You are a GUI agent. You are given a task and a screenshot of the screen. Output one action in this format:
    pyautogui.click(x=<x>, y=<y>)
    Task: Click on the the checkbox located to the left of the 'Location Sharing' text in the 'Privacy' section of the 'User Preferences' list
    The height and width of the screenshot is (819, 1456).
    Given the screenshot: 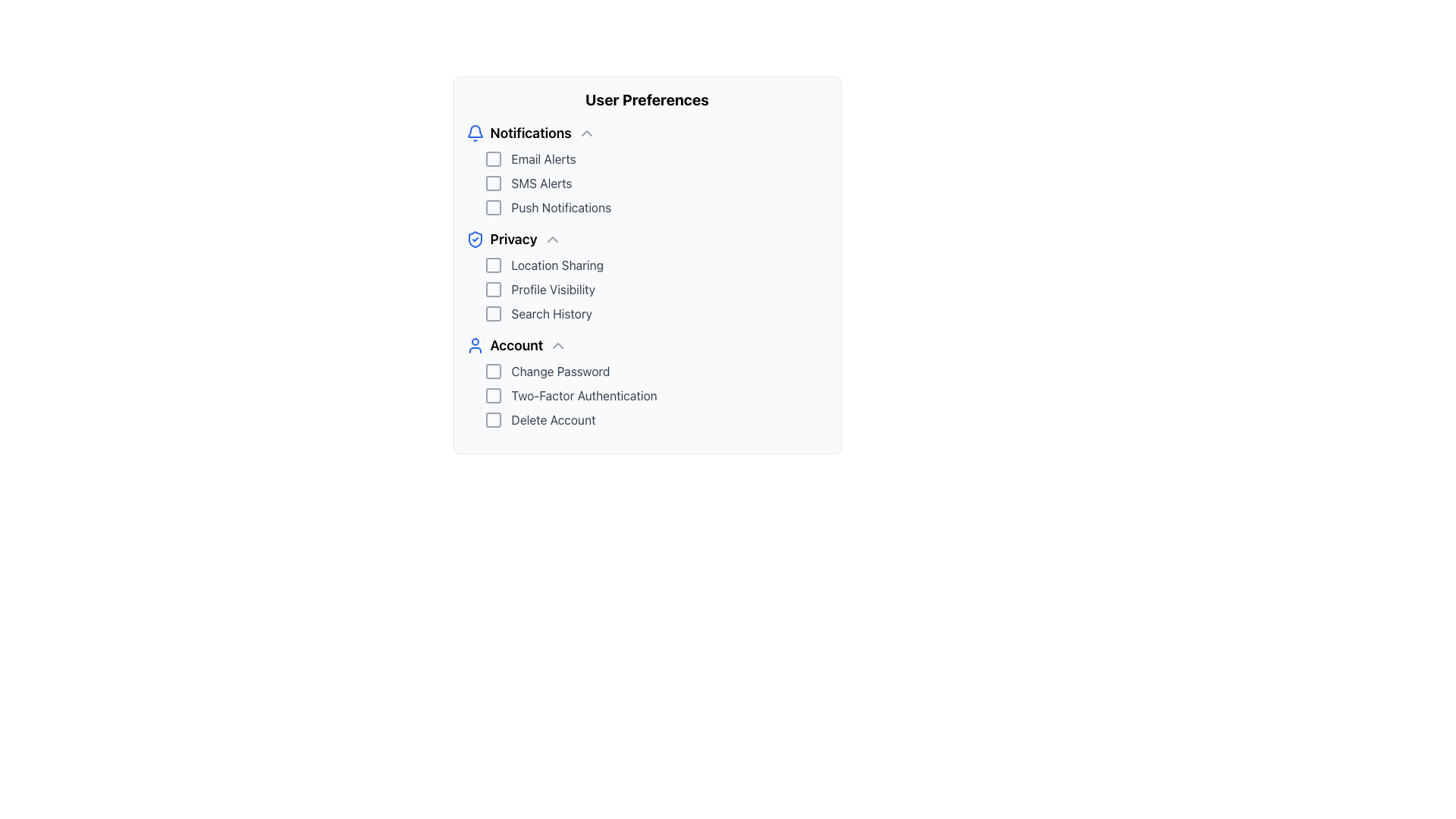 What is the action you would take?
    pyautogui.click(x=493, y=265)
    